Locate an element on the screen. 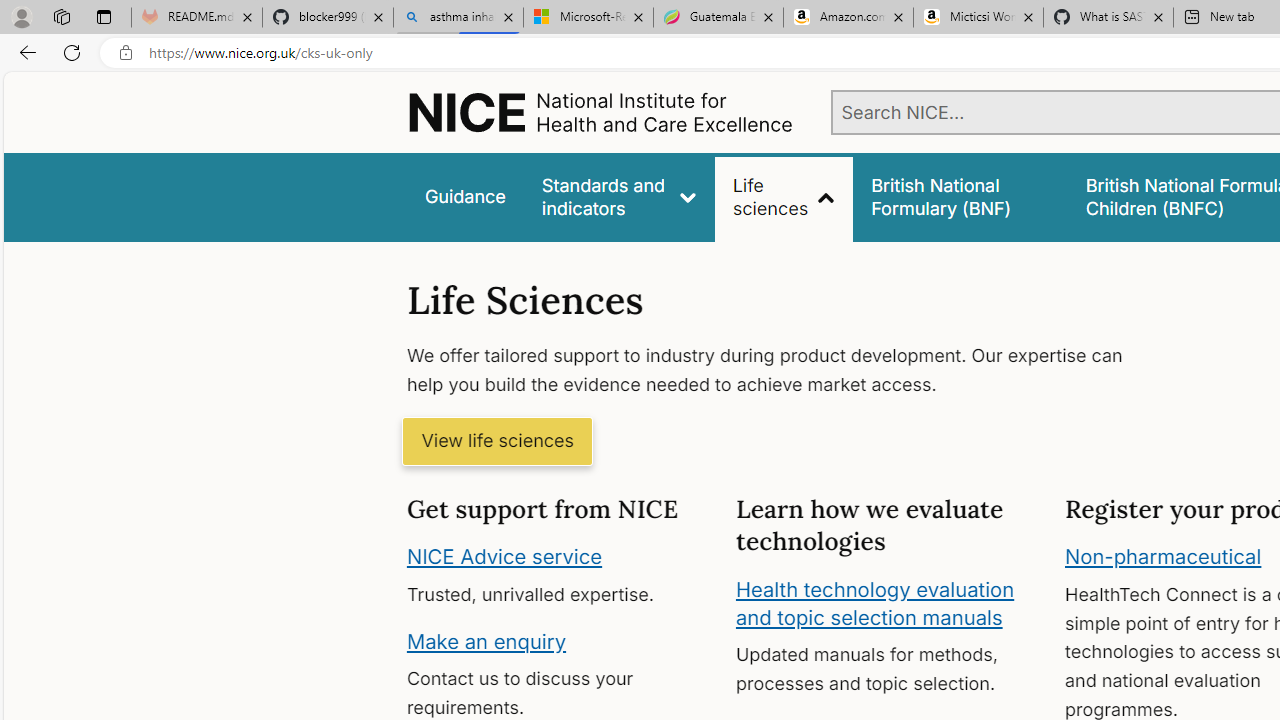  'Health technology evaluation and topic selection manuals' is located at coordinates (874, 602).